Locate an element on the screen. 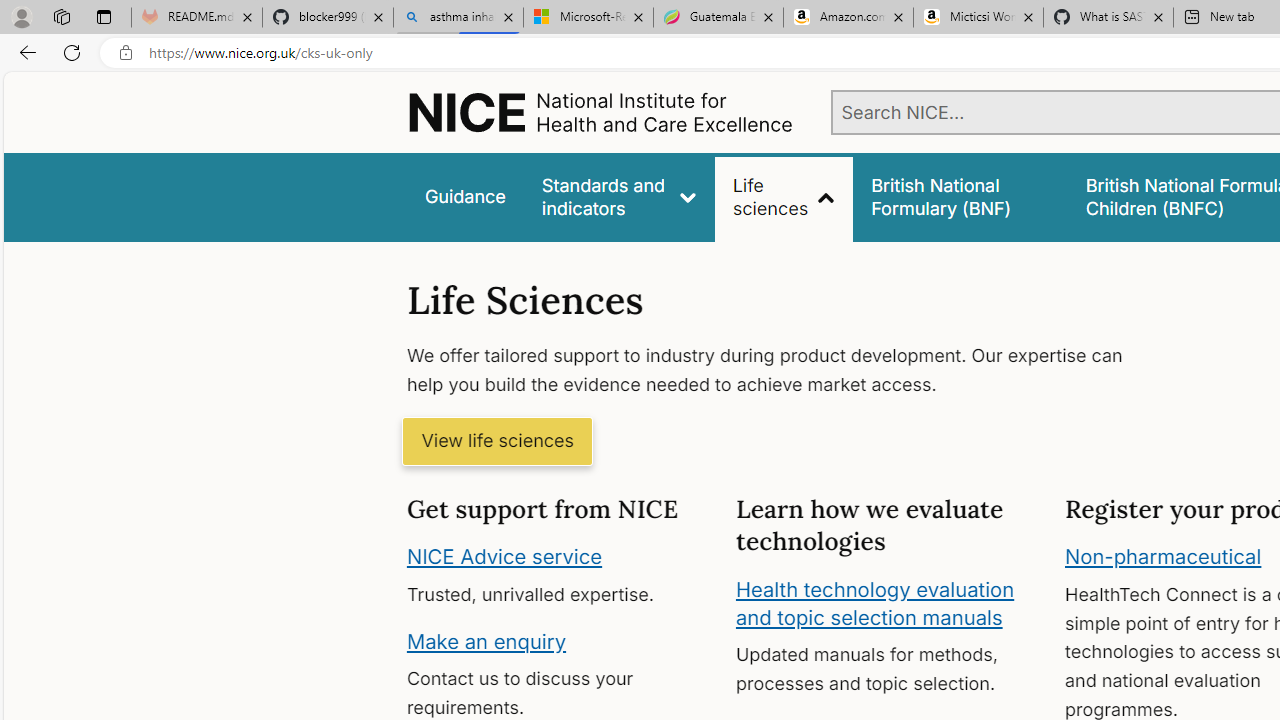  'Health technology evaluation and topic selection manuals' is located at coordinates (874, 602).